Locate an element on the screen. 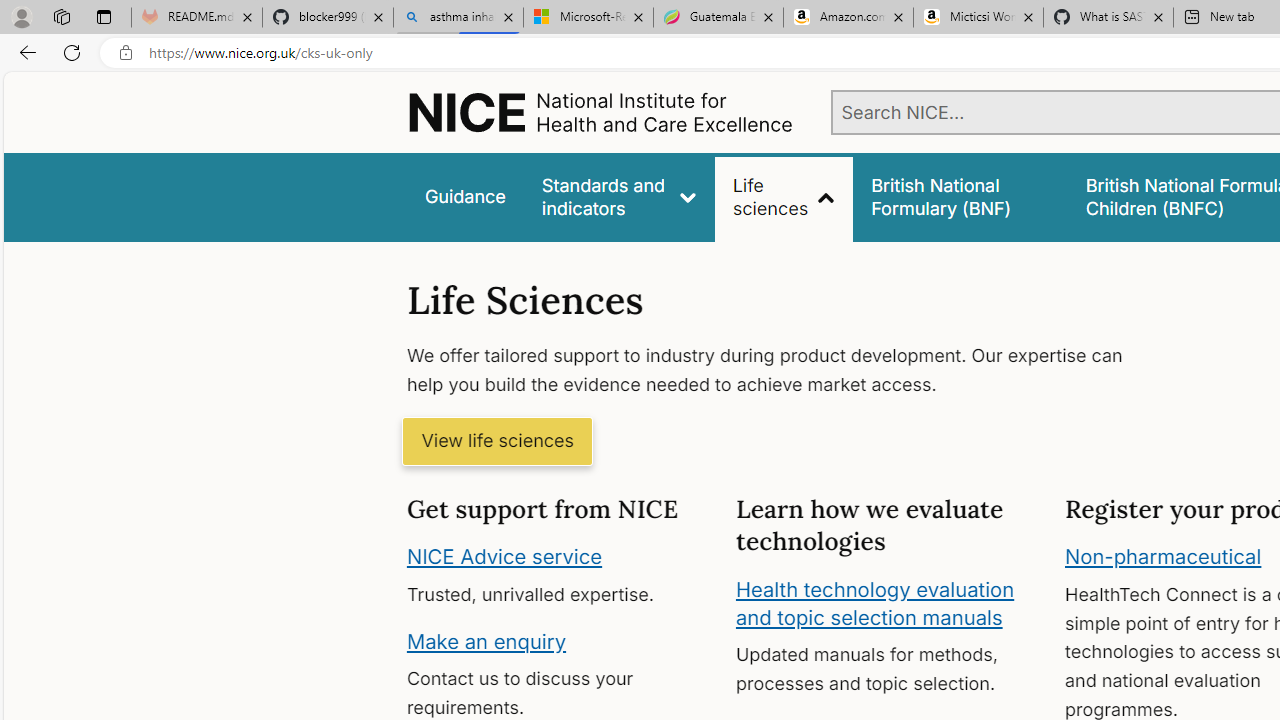  'Health technology evaluation and topic selection manuals' is located at coordinates (874, 602).